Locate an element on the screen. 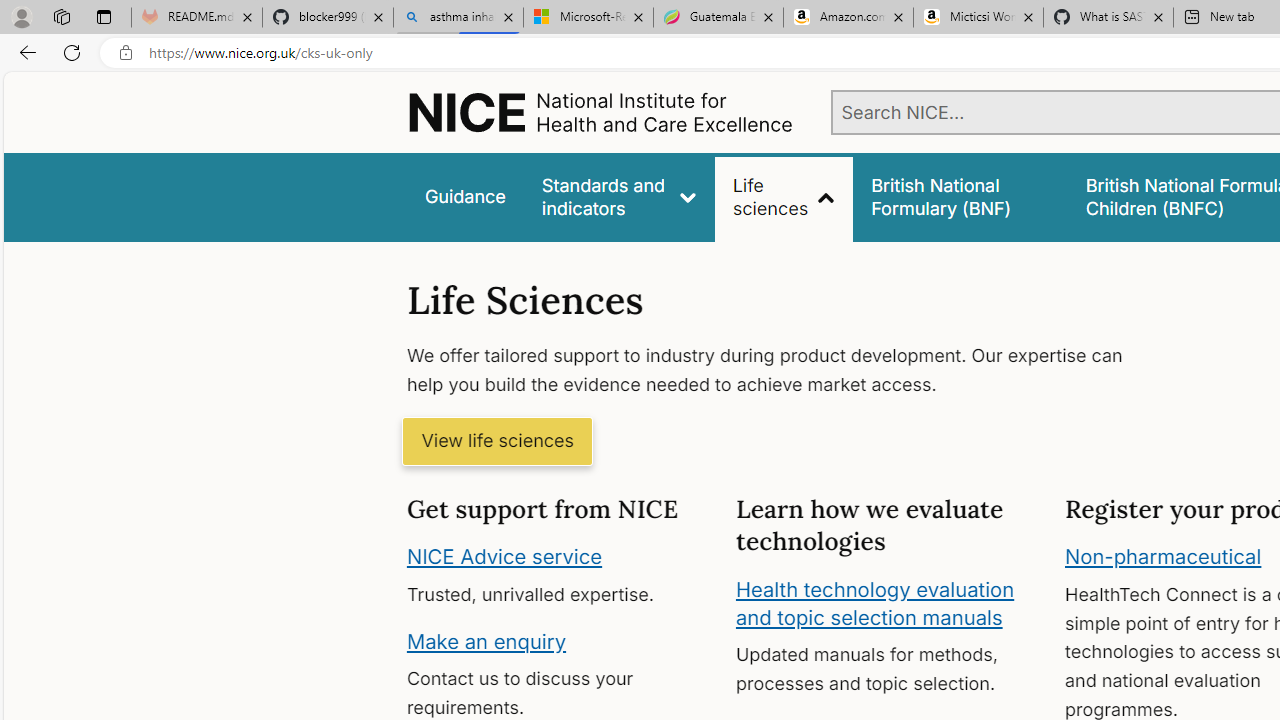  'Health technology evaluation and topic selection manuals' is located at coordinates (874, 602).